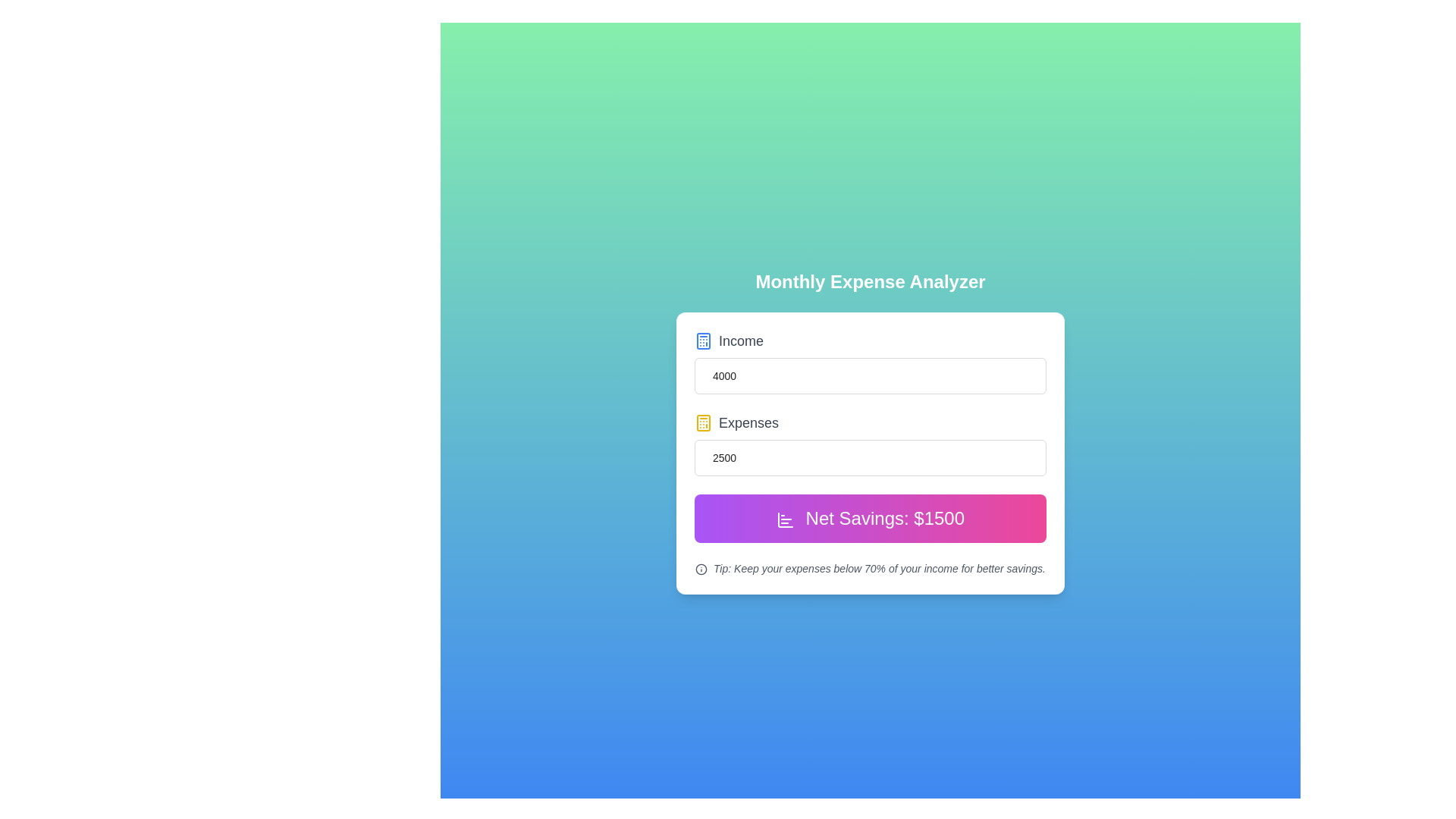  Describe the element at coordinates (702, 341) in the screenshot. I see `the SVG rectangle component that represents part of the calculator icon in the 'Monthly Expense Analyzer' interface, located to the left of the 'Income' text and input field` at that location.